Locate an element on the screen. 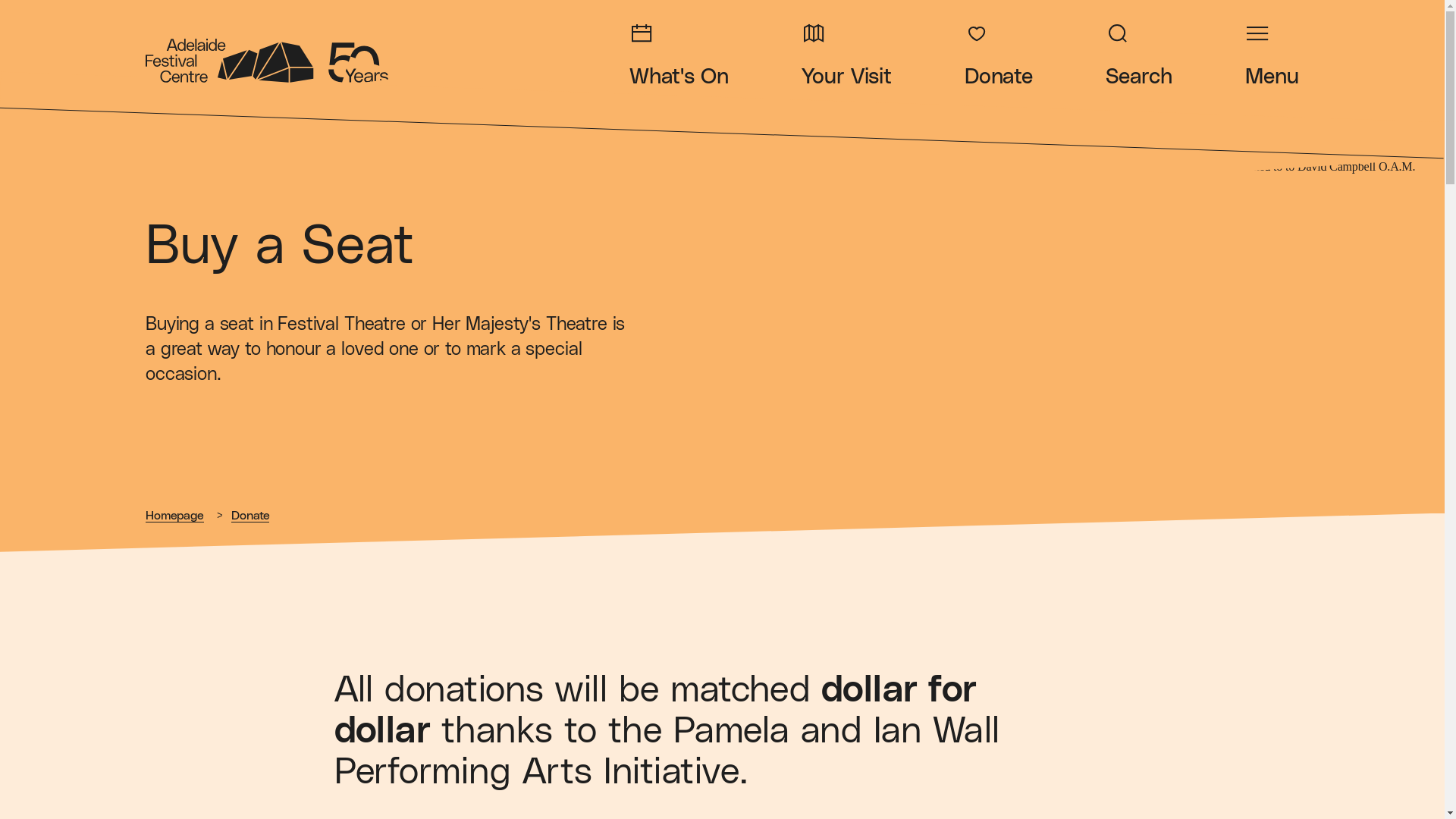  'Search' is located at coordinates (1139, 54).